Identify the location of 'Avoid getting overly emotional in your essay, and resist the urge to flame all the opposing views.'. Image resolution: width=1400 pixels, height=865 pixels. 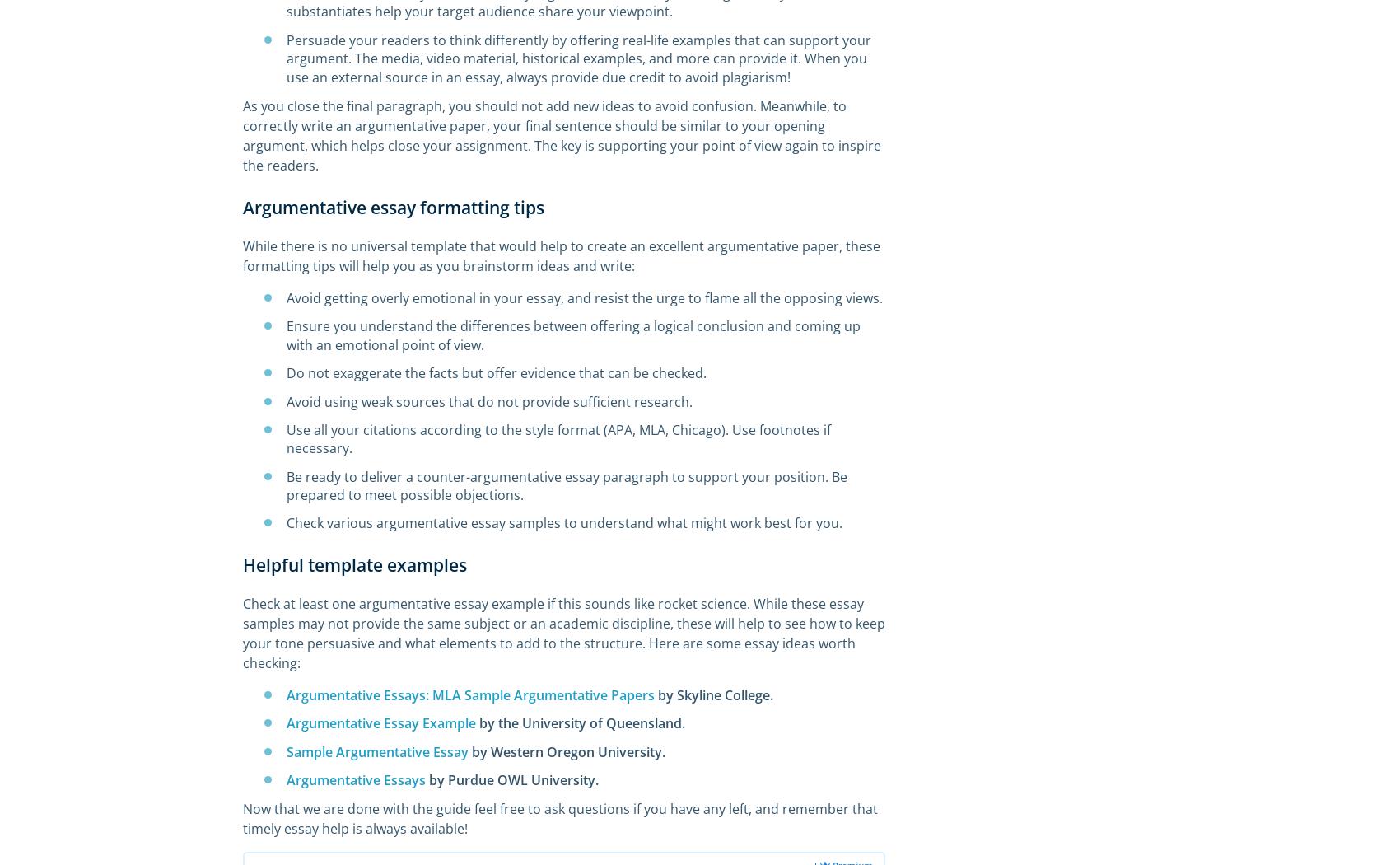
(584, 296).